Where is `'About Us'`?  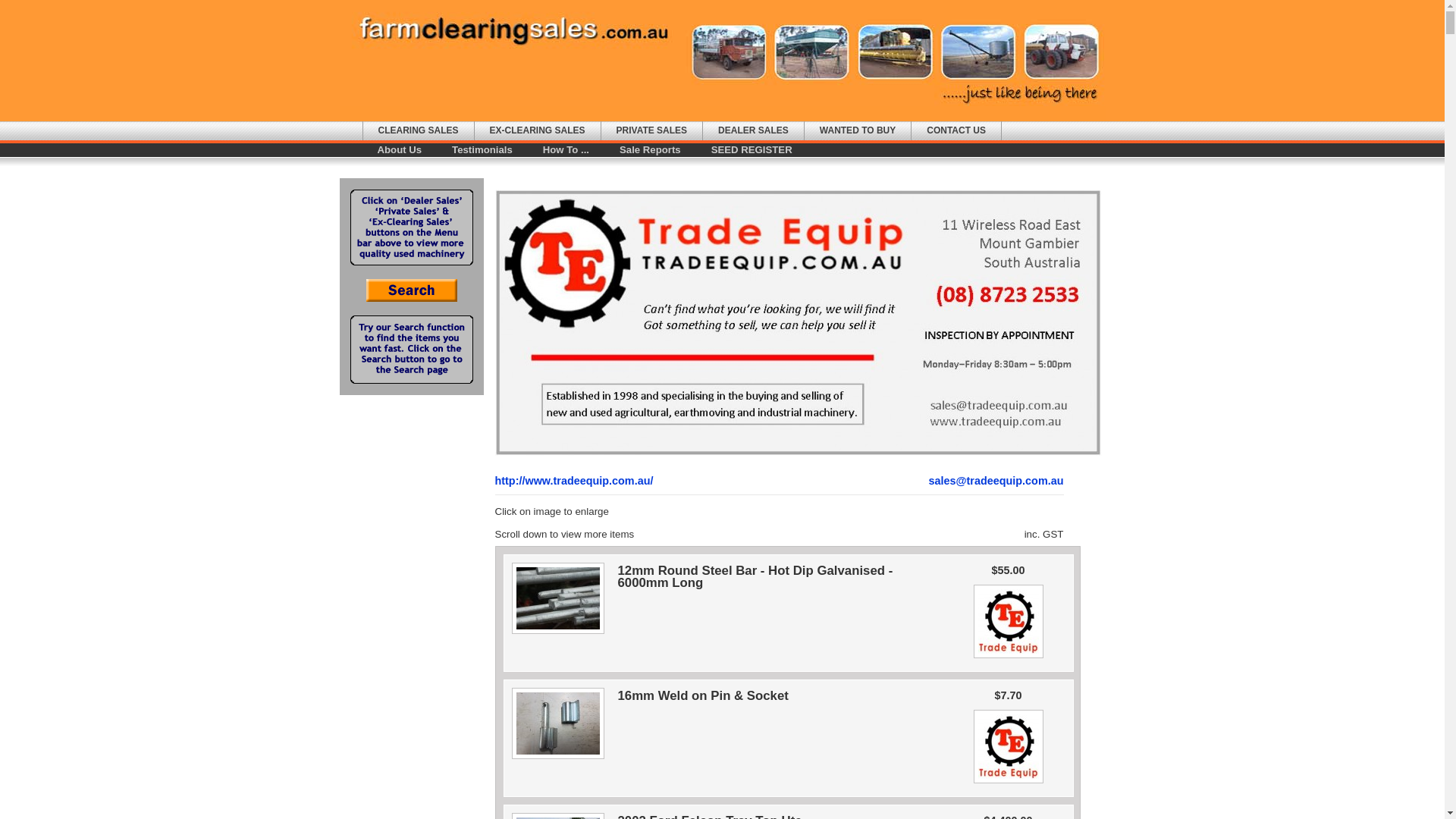
'About Us' is located at coordinates (400, 149).